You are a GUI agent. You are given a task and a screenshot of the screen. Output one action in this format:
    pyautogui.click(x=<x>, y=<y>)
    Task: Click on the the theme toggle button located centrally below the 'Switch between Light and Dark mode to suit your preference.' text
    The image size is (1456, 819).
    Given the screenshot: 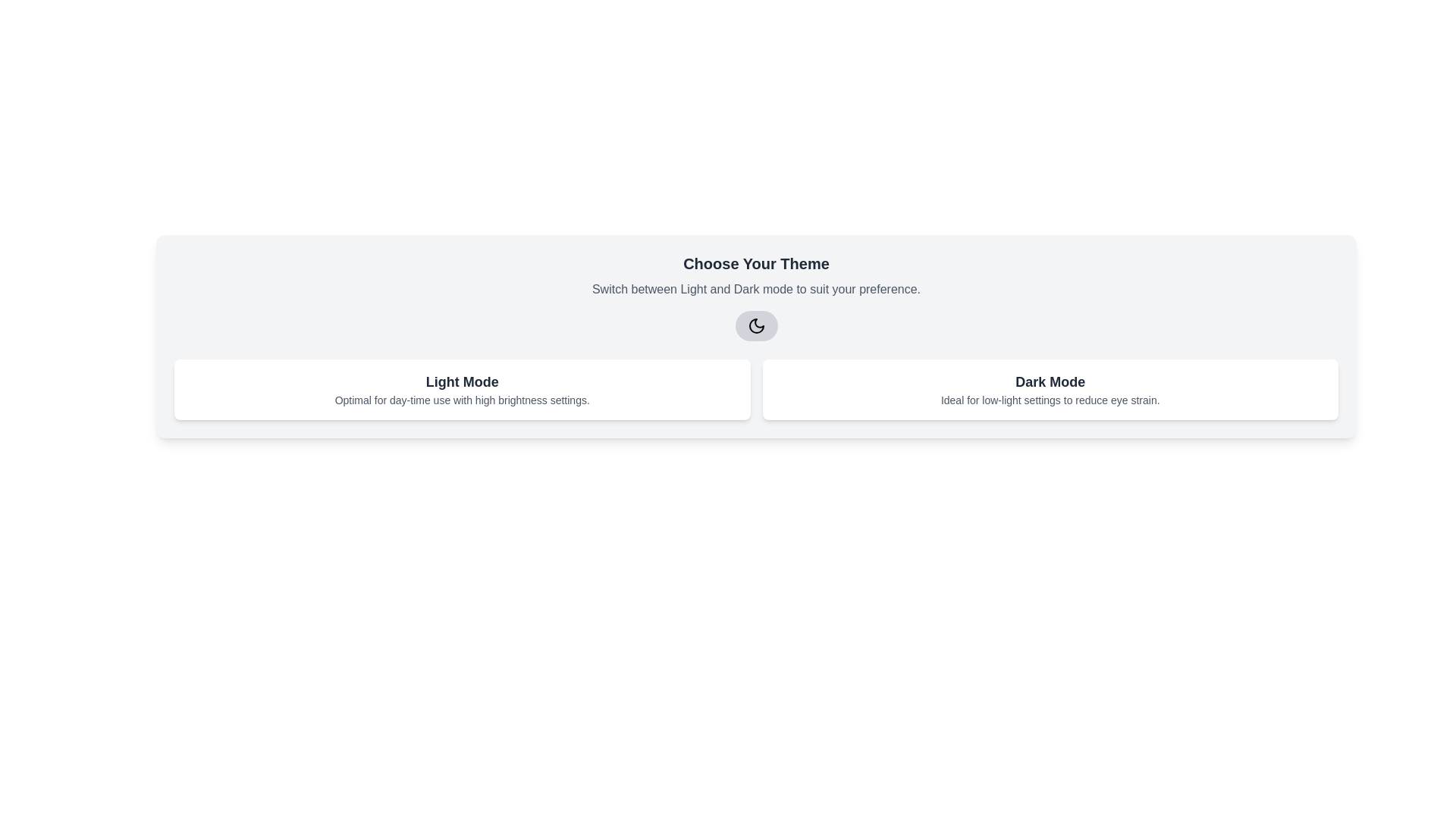 What is the action you would take?
    pyautogui.click(x=756, y=325)
    